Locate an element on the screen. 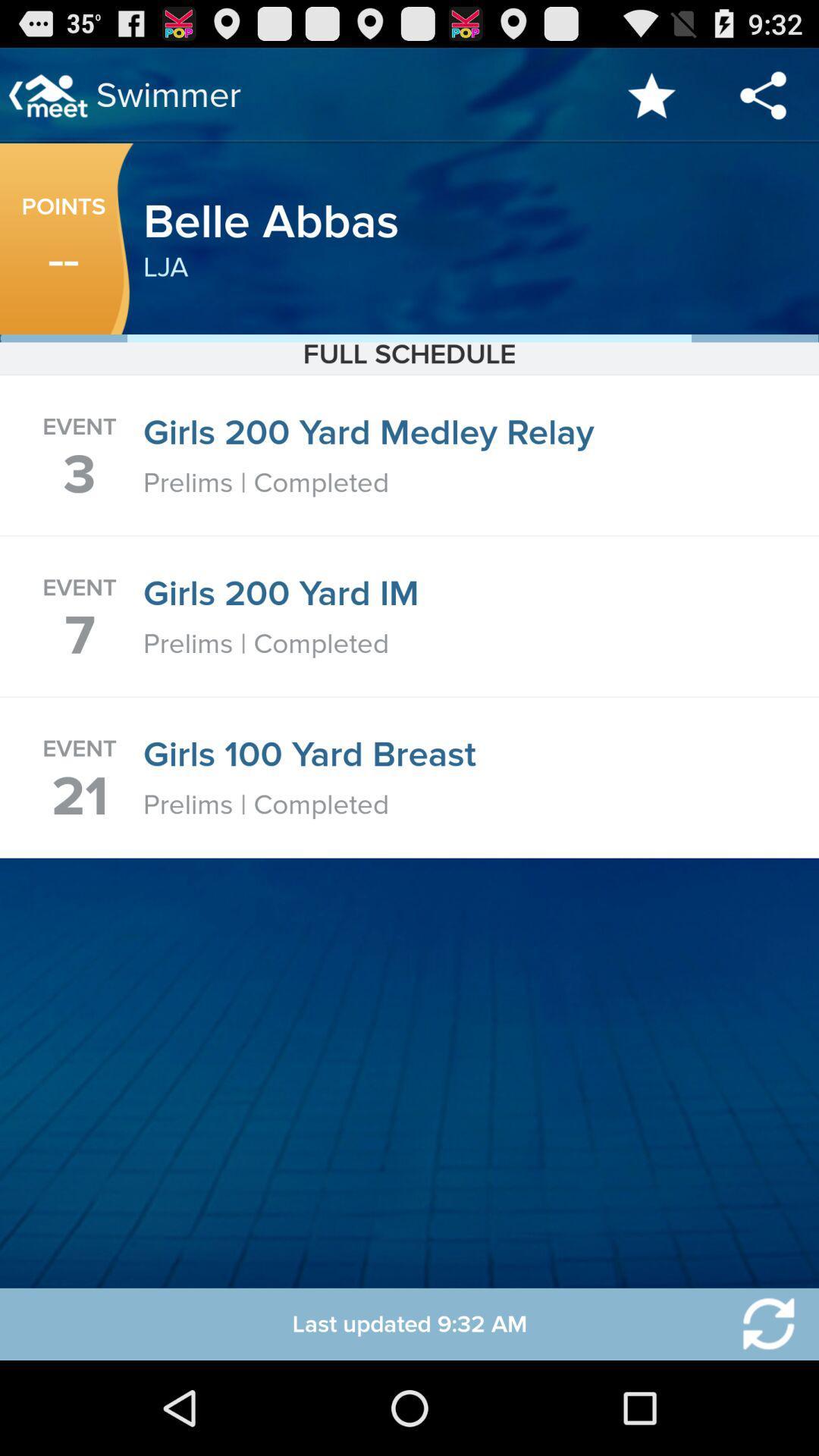 The image size is (819, 1456). reload current page is located at coordinates (759, 1323).